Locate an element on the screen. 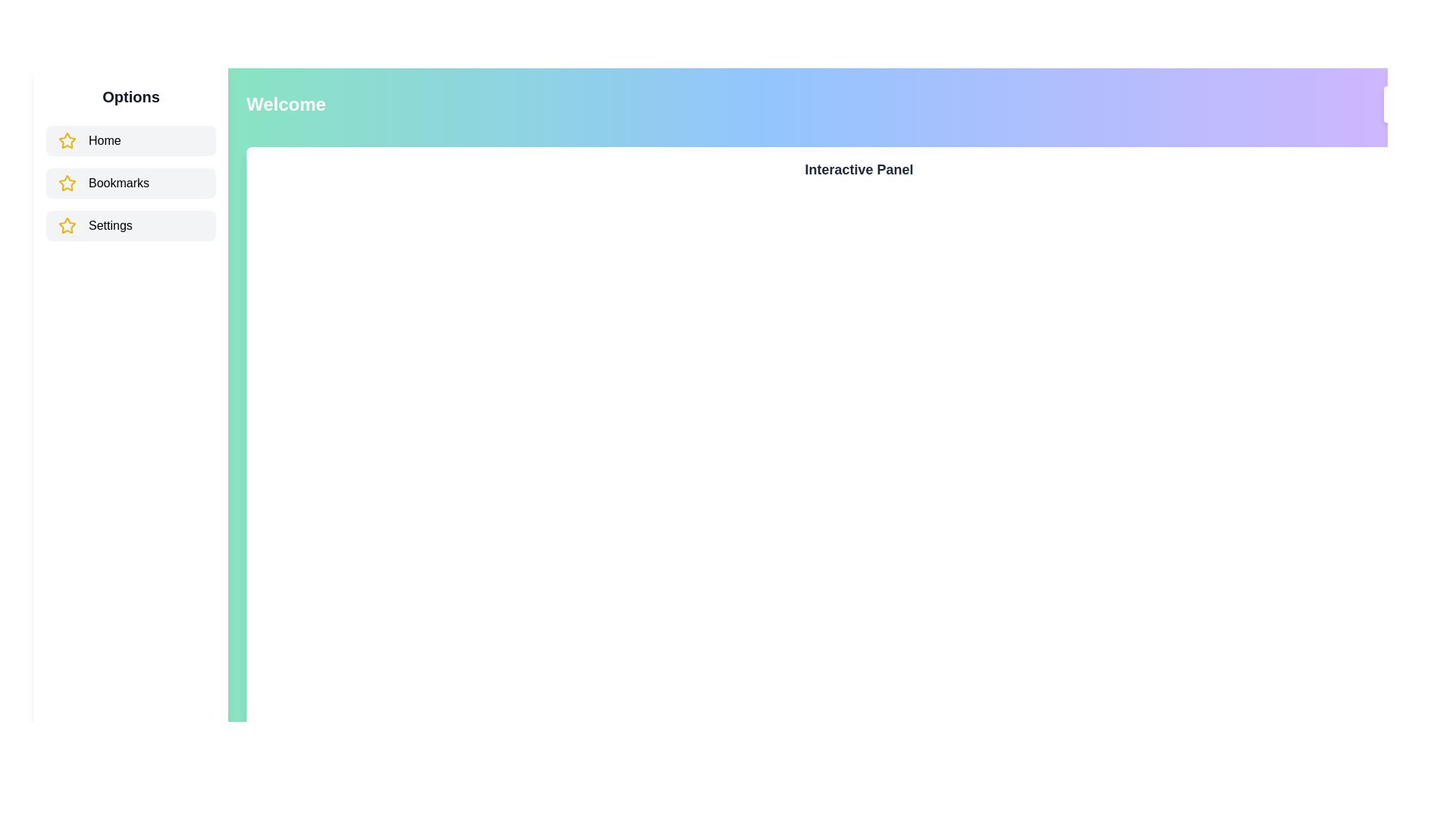  text of the heading element located at the top of the sidebar menu, which organizes items under the 'Options' category is located at coordinates (130, 96).